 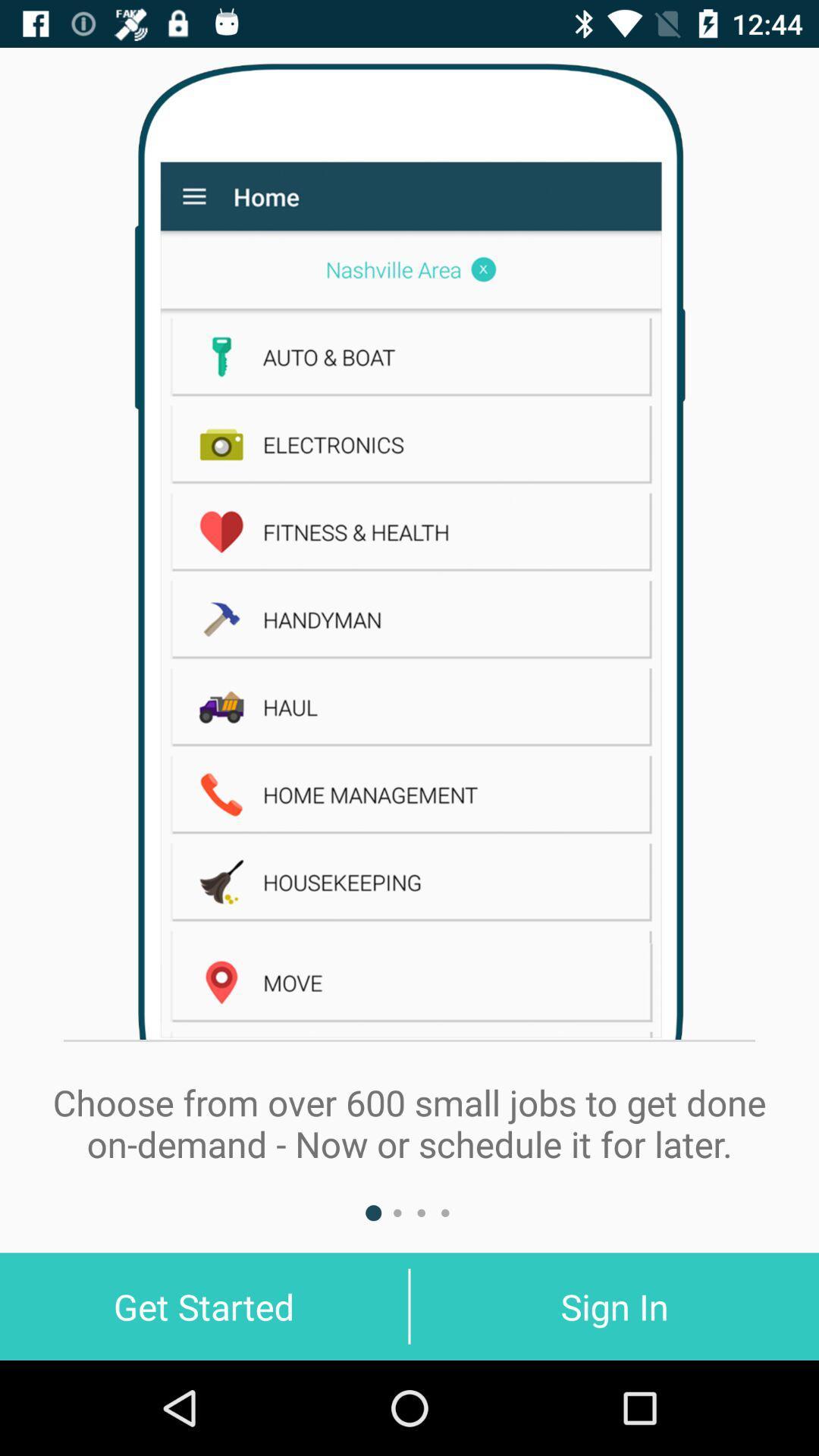 What do you see at coordinates (203, 1306) in the screenshot?
I see `the get started at the bottom left corner` at bounding box center [203, 1306].